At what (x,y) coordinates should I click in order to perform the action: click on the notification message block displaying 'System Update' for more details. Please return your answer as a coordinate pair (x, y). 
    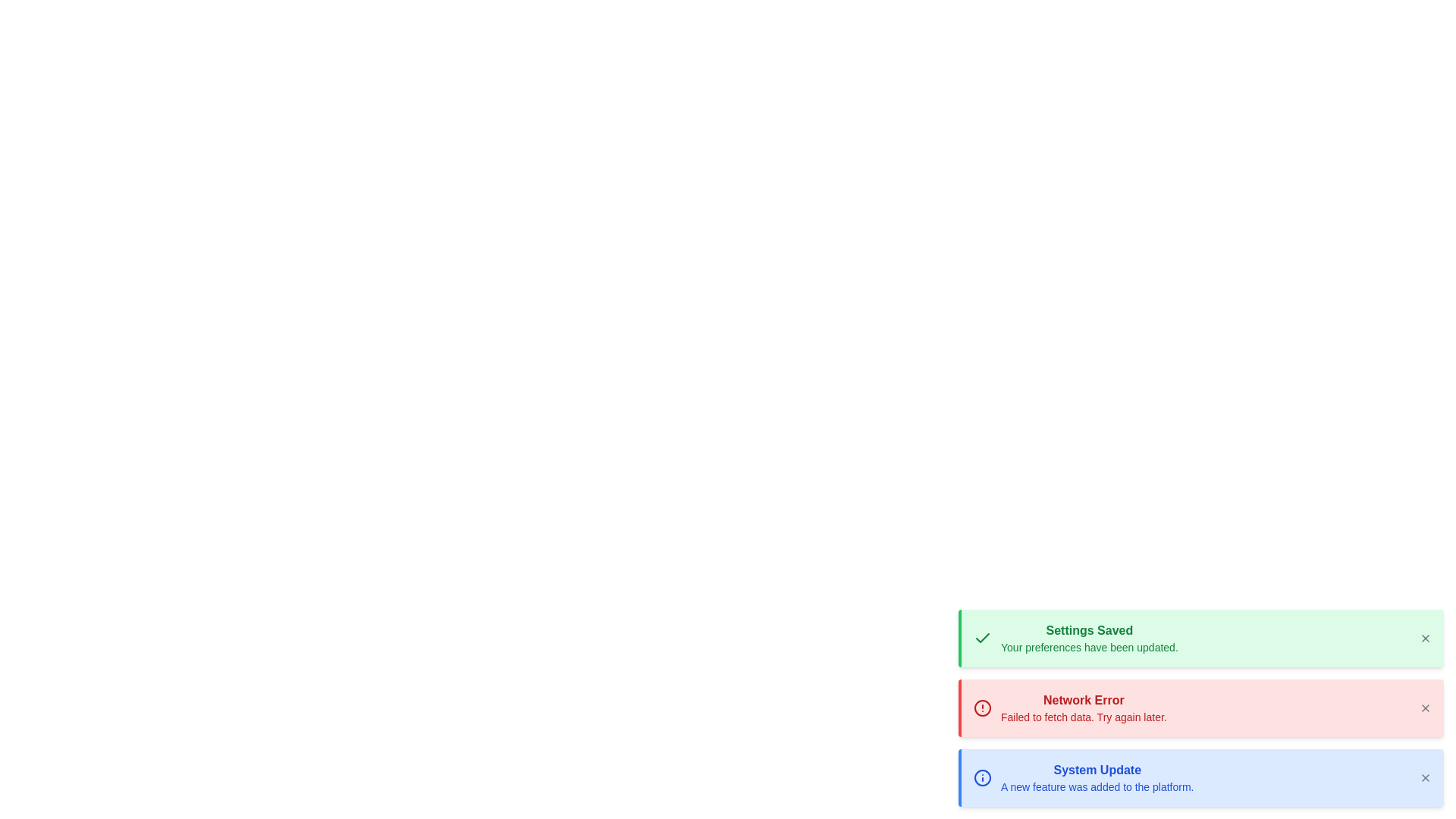
    Looking at the image, I should click on (1083, 778).